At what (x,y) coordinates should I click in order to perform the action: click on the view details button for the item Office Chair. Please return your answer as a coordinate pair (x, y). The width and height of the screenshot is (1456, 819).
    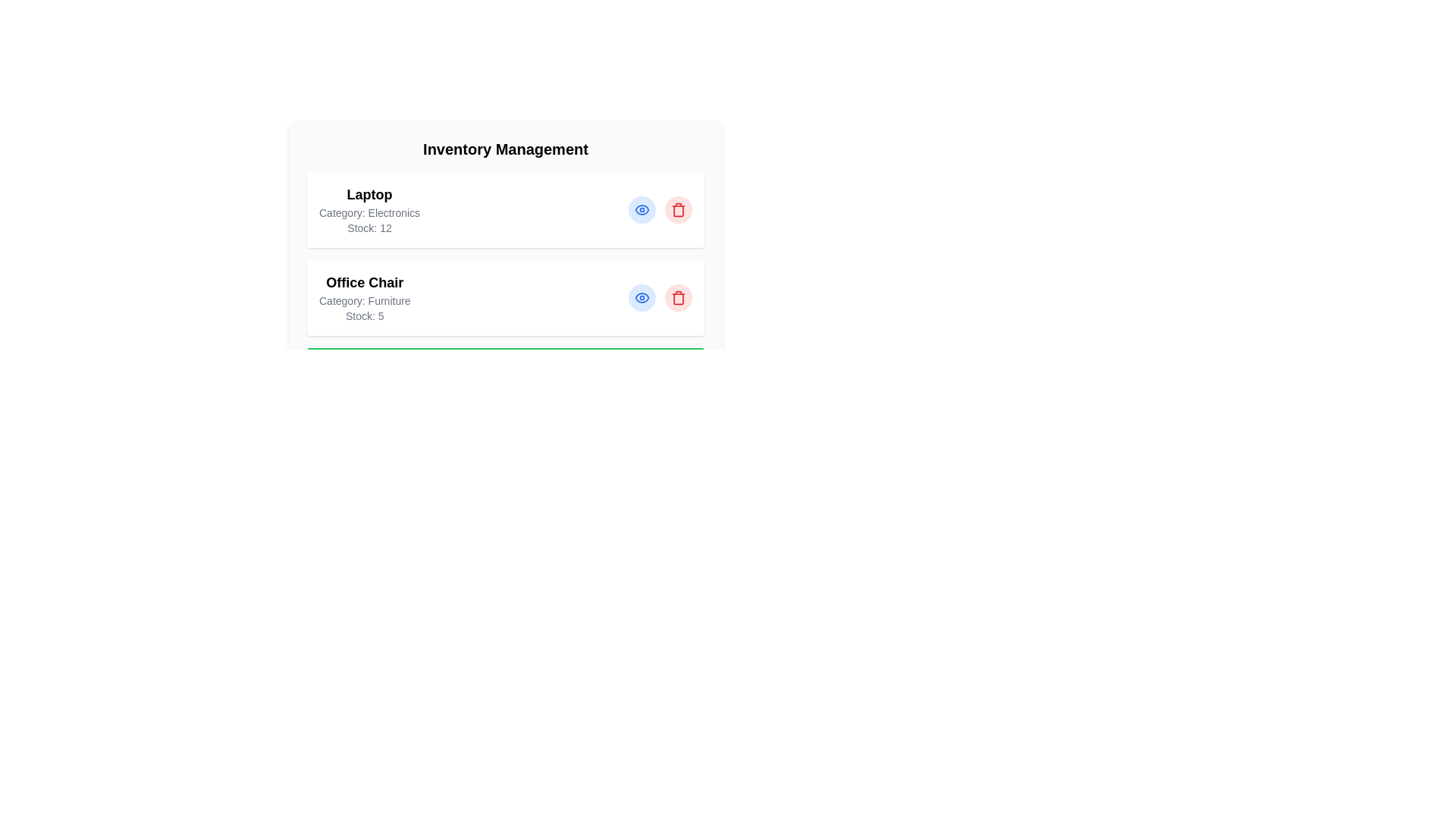
    Looking at the image, I should click on (642, 298).